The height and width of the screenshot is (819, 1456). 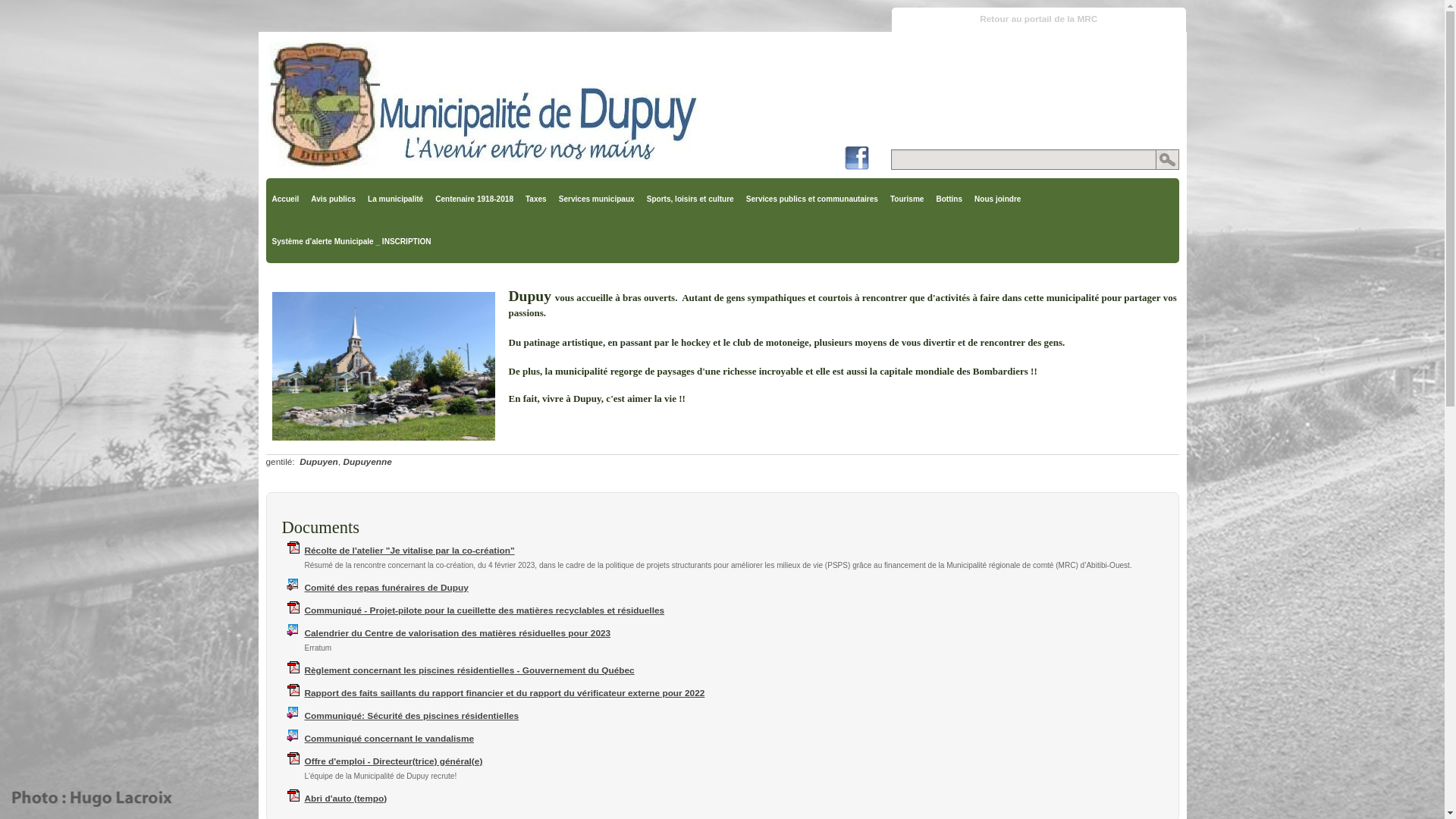 What do you see at coordinates (689, 198) in the screenshot?
I see `'Sports, loisirs et culture'` at bounding box center [689, 198].